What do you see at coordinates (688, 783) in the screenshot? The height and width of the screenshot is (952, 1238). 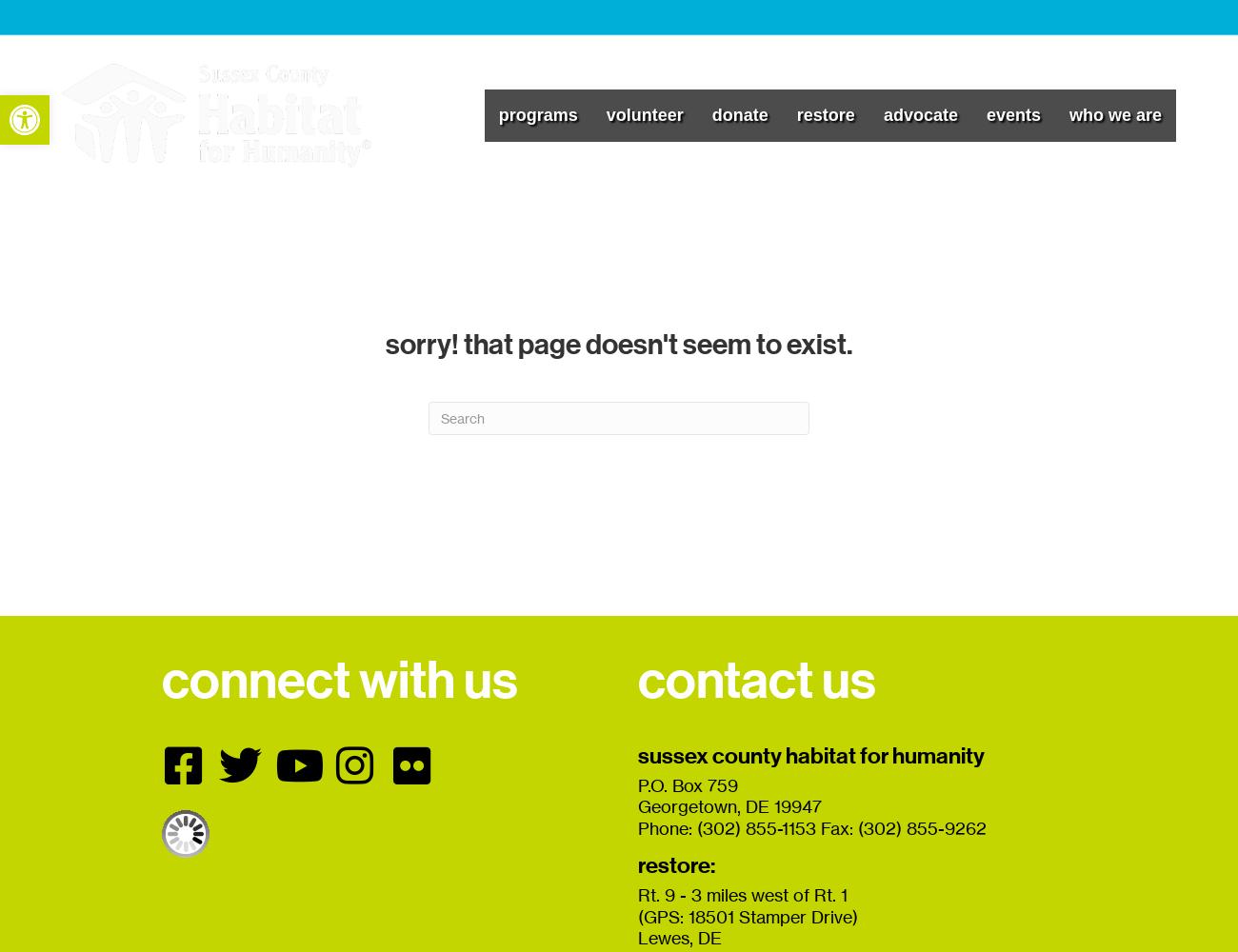 I see `'P.O. Box 759'` at bounding box center [688, 783].